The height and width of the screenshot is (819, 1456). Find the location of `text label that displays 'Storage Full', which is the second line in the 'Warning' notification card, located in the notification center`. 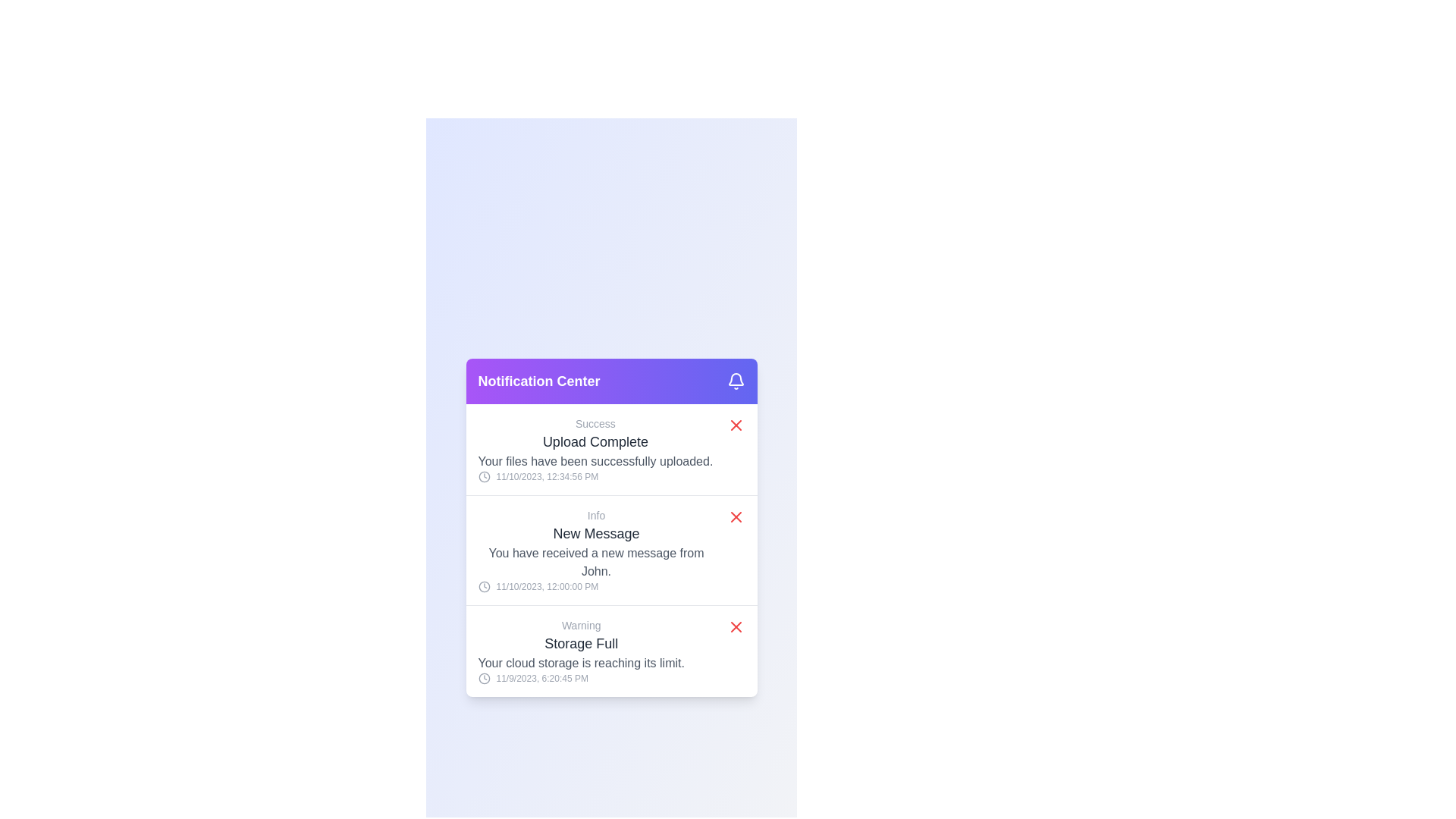

text label that displays 'Storage Full', which is the second line in the 'Warning' notification card, located in the notification center is located at coordinates (580, 643).